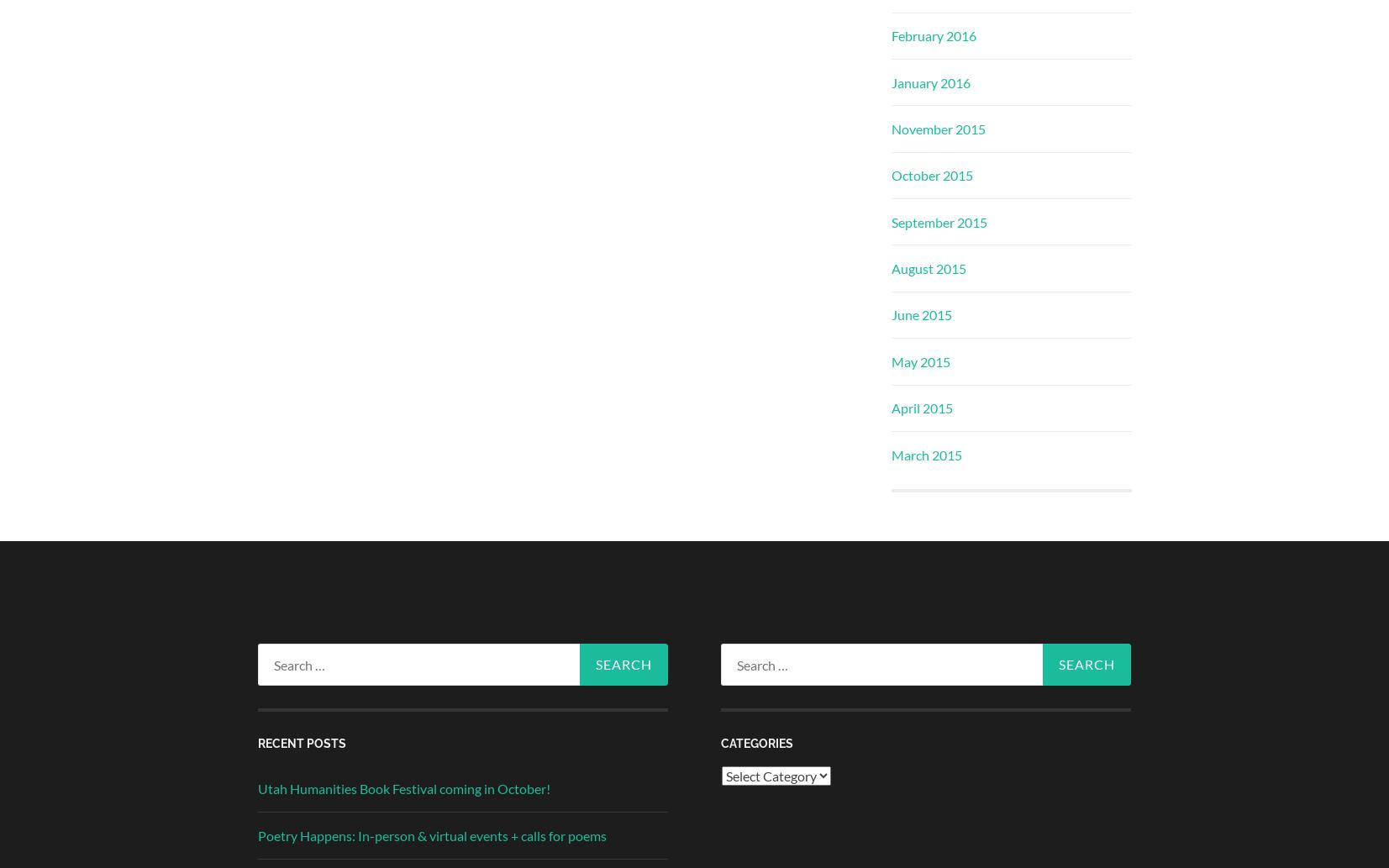 The width and height of the screenshot is (1389, 868). Describe the element at coordinates (402, 787) in the screenshot. I see `'Utah Humanities Book Festival coming in October!'` at that location.